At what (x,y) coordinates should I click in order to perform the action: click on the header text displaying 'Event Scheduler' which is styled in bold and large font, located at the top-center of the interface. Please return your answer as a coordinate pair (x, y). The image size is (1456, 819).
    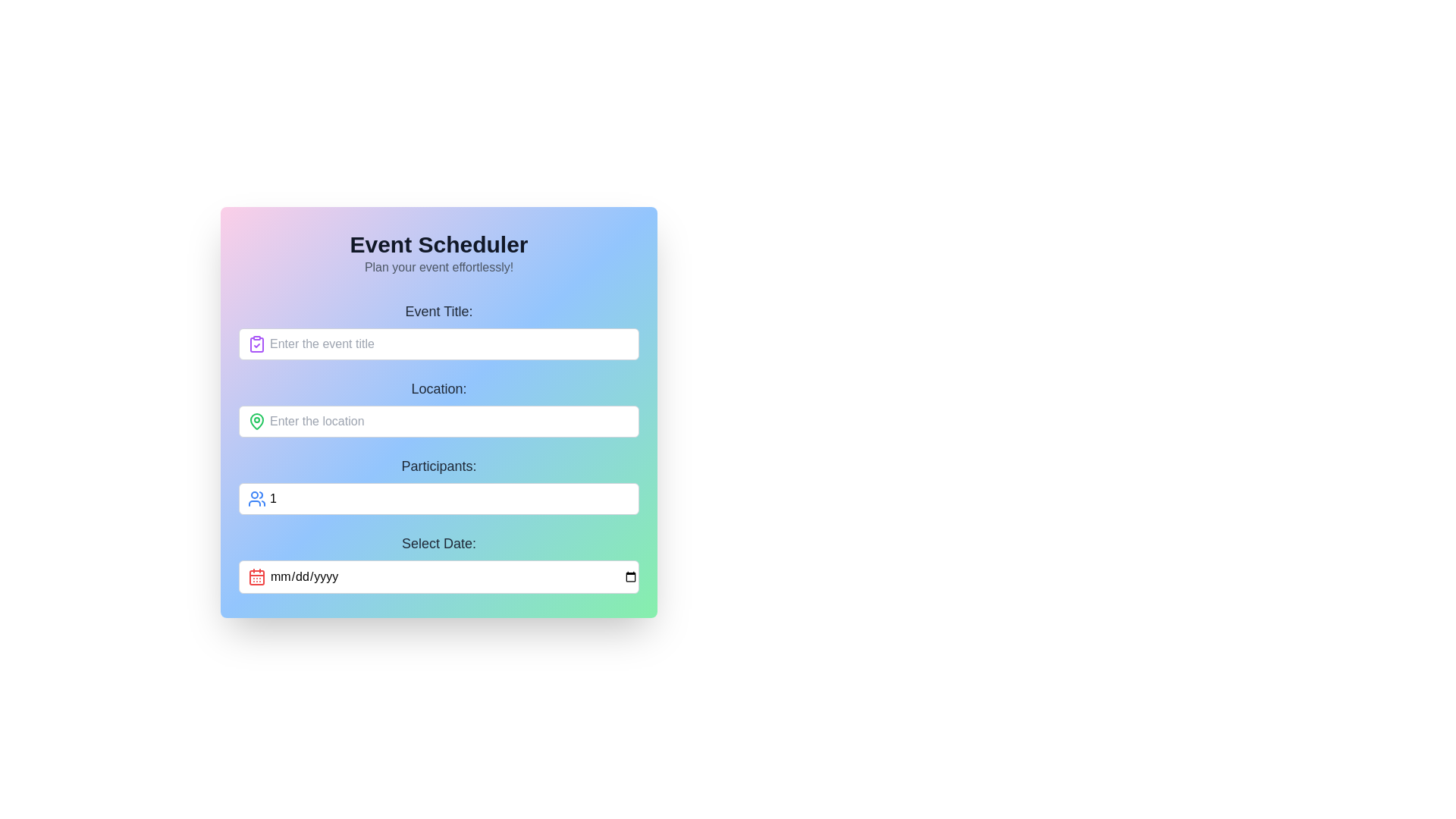
    Looking at the image, I should click on (438, 244).